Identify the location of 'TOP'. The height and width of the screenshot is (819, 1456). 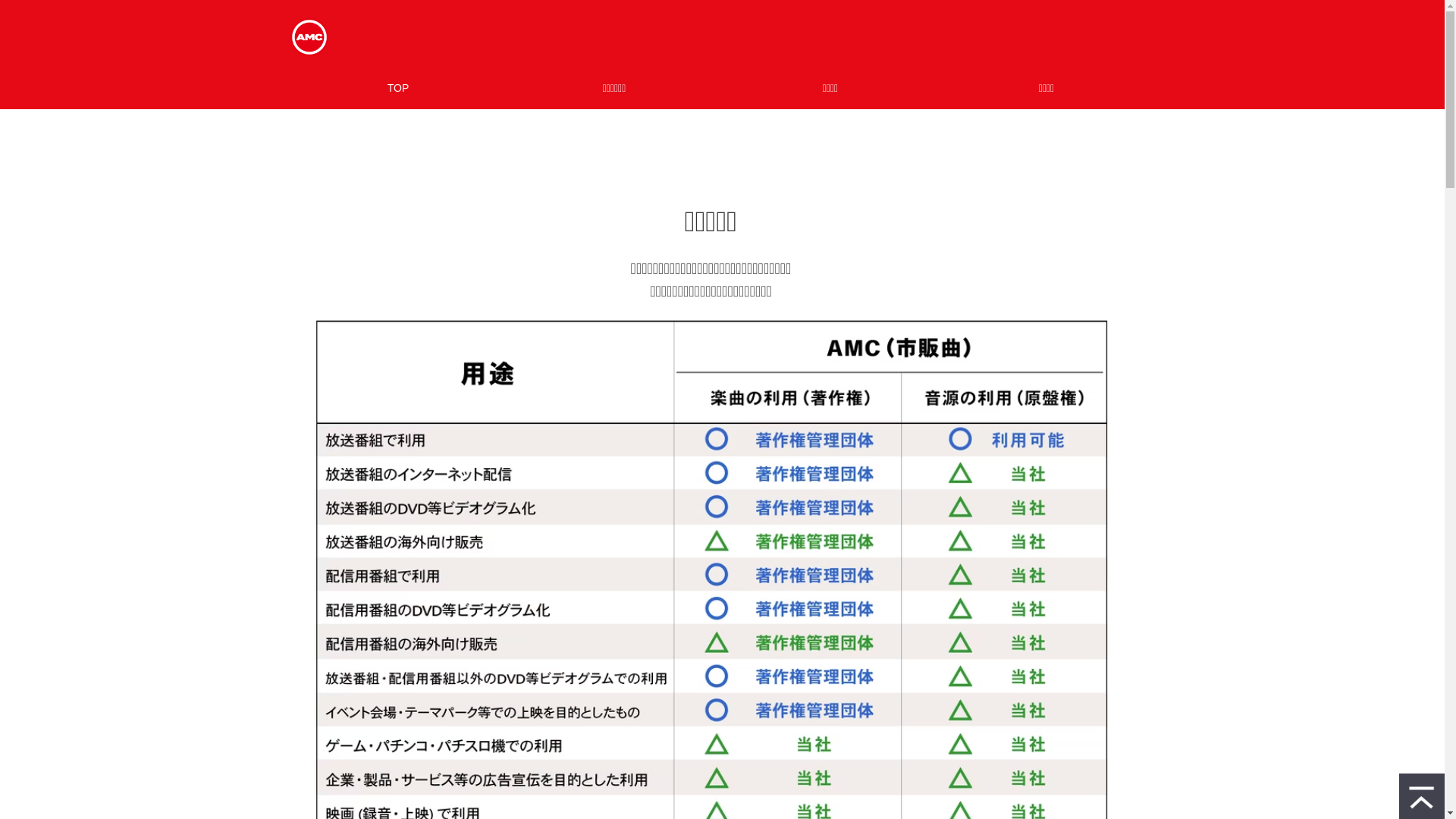
(397, 87).